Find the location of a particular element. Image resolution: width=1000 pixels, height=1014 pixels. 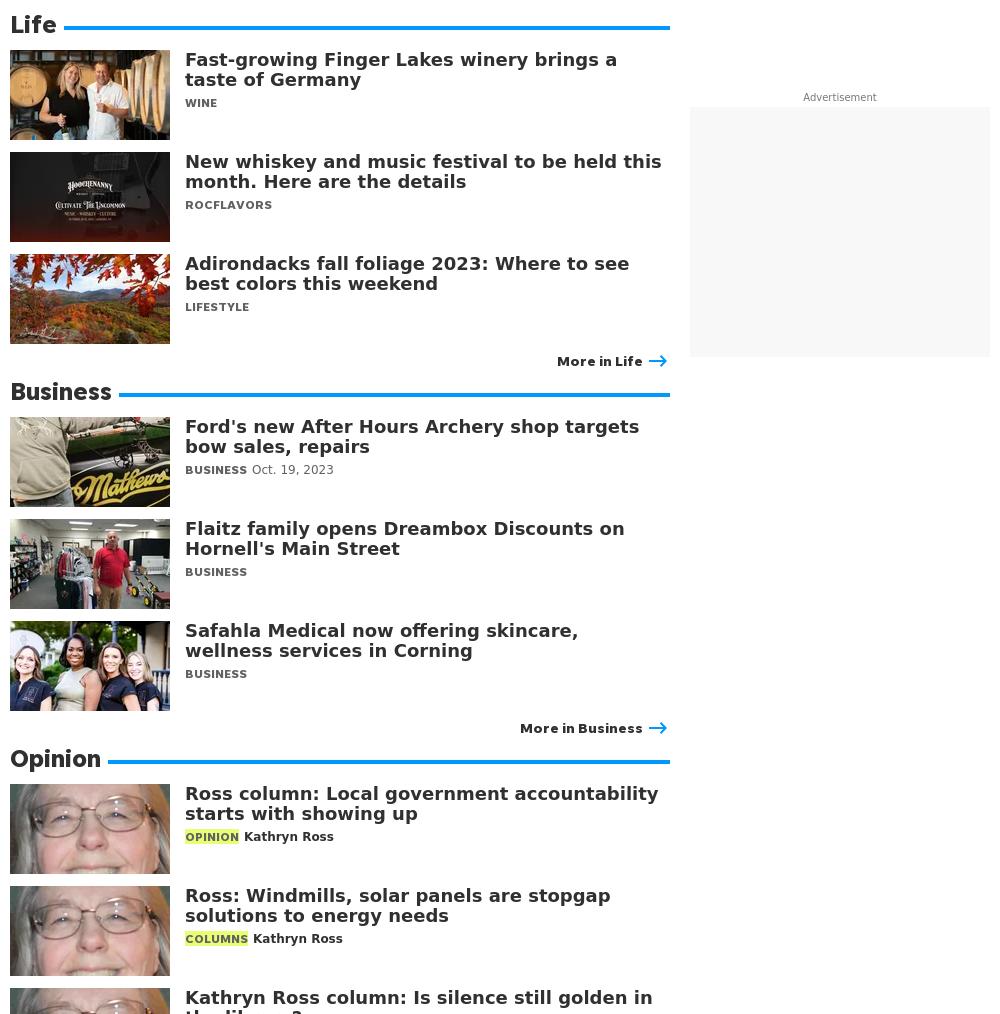

'Safahla Medical now offering skincare, wellness services in Corning' is located at coordinates (381, 640).